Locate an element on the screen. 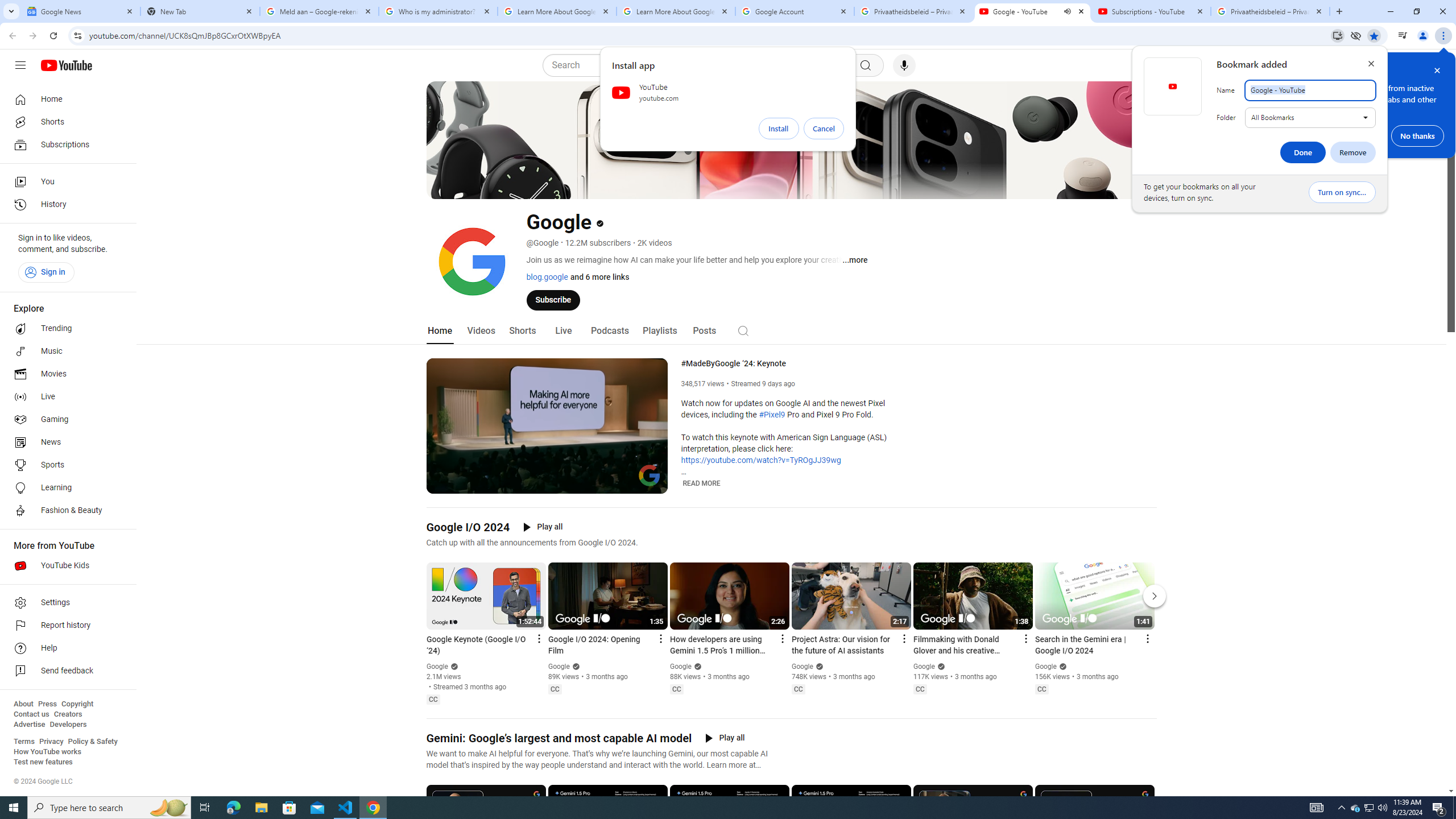  'Cancel' is located at coordinates (823, 128).